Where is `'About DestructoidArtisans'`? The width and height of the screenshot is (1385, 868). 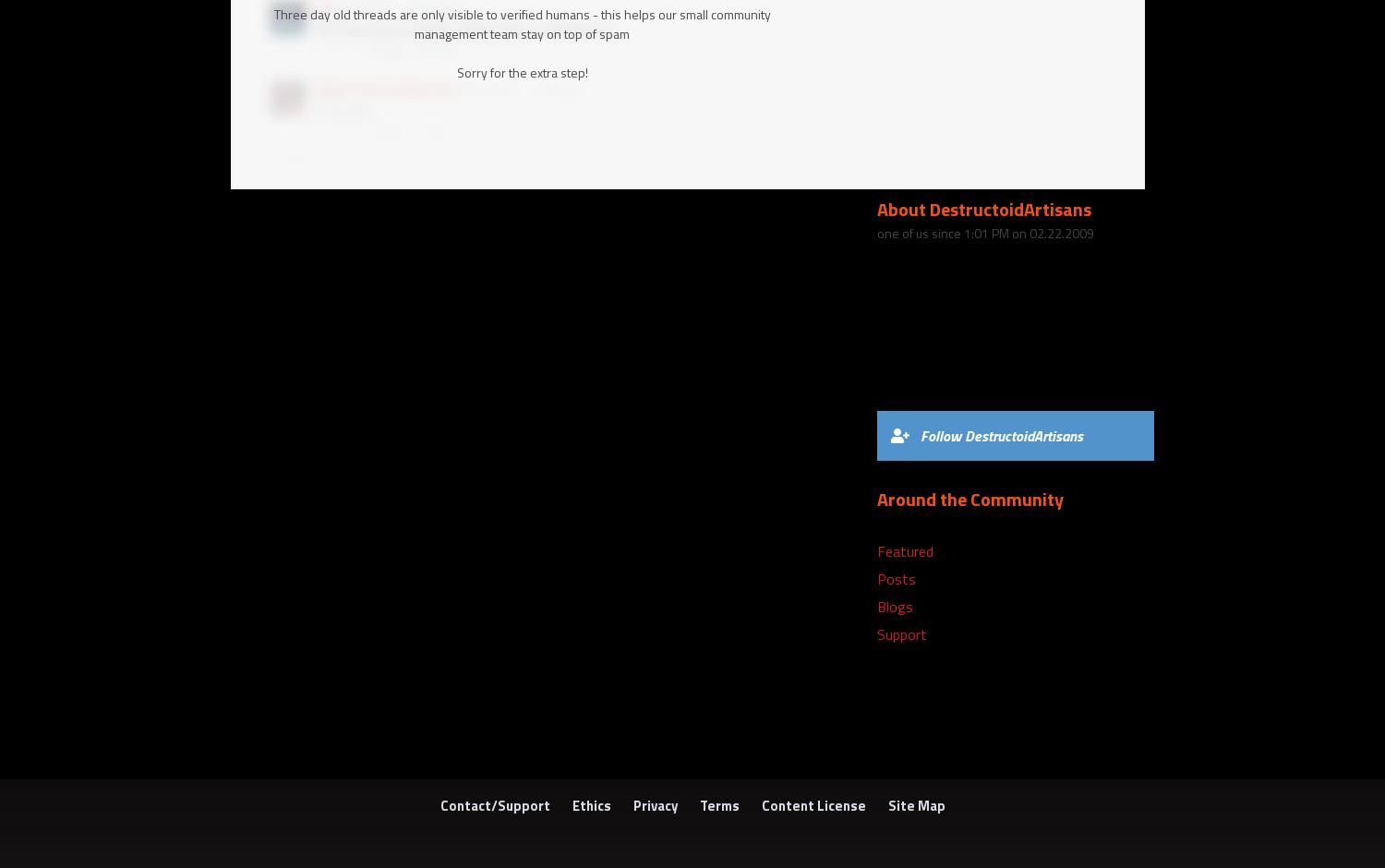
'About DestructoidArtisans' is located at coordinates (983, 207).